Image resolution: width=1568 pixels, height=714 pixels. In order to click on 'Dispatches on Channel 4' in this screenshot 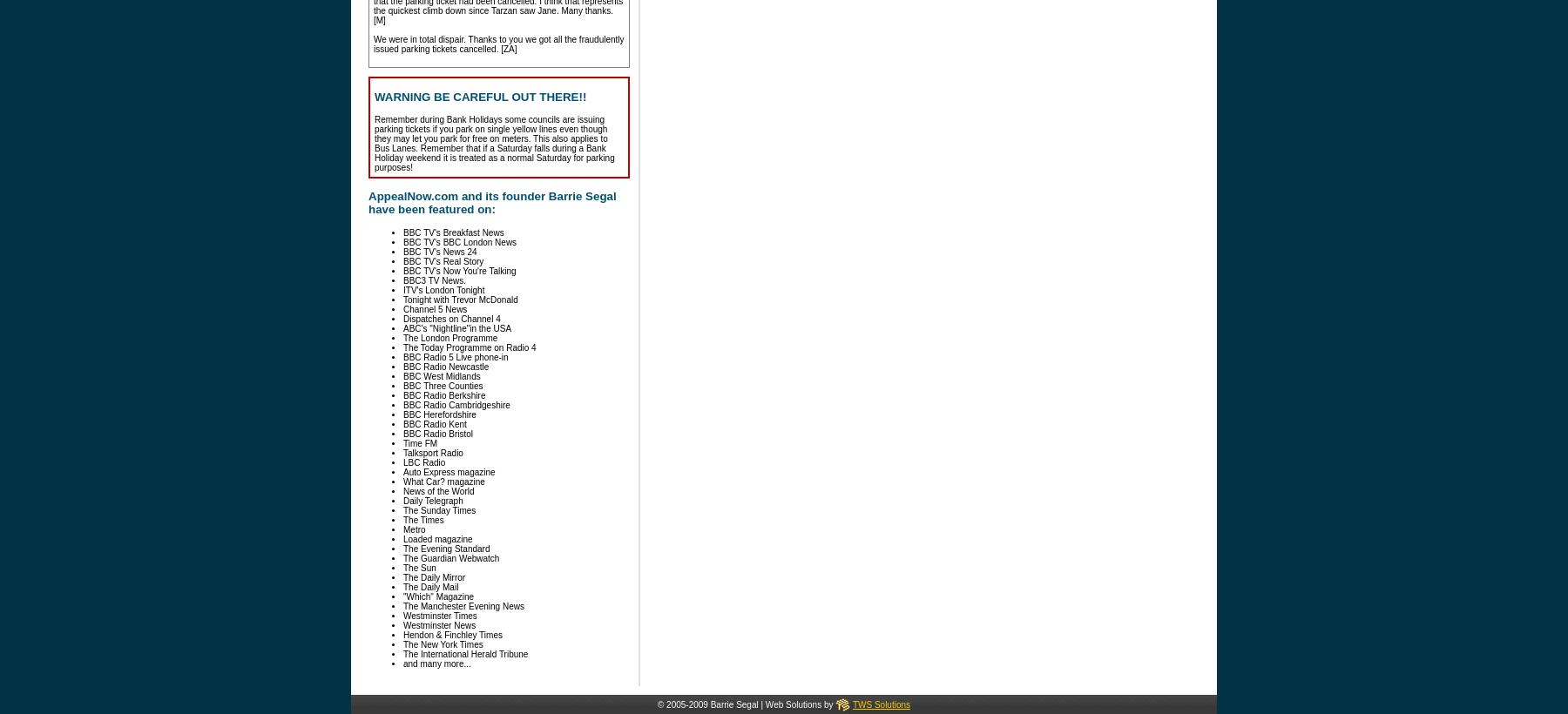, I will do `click(402, 318)`.